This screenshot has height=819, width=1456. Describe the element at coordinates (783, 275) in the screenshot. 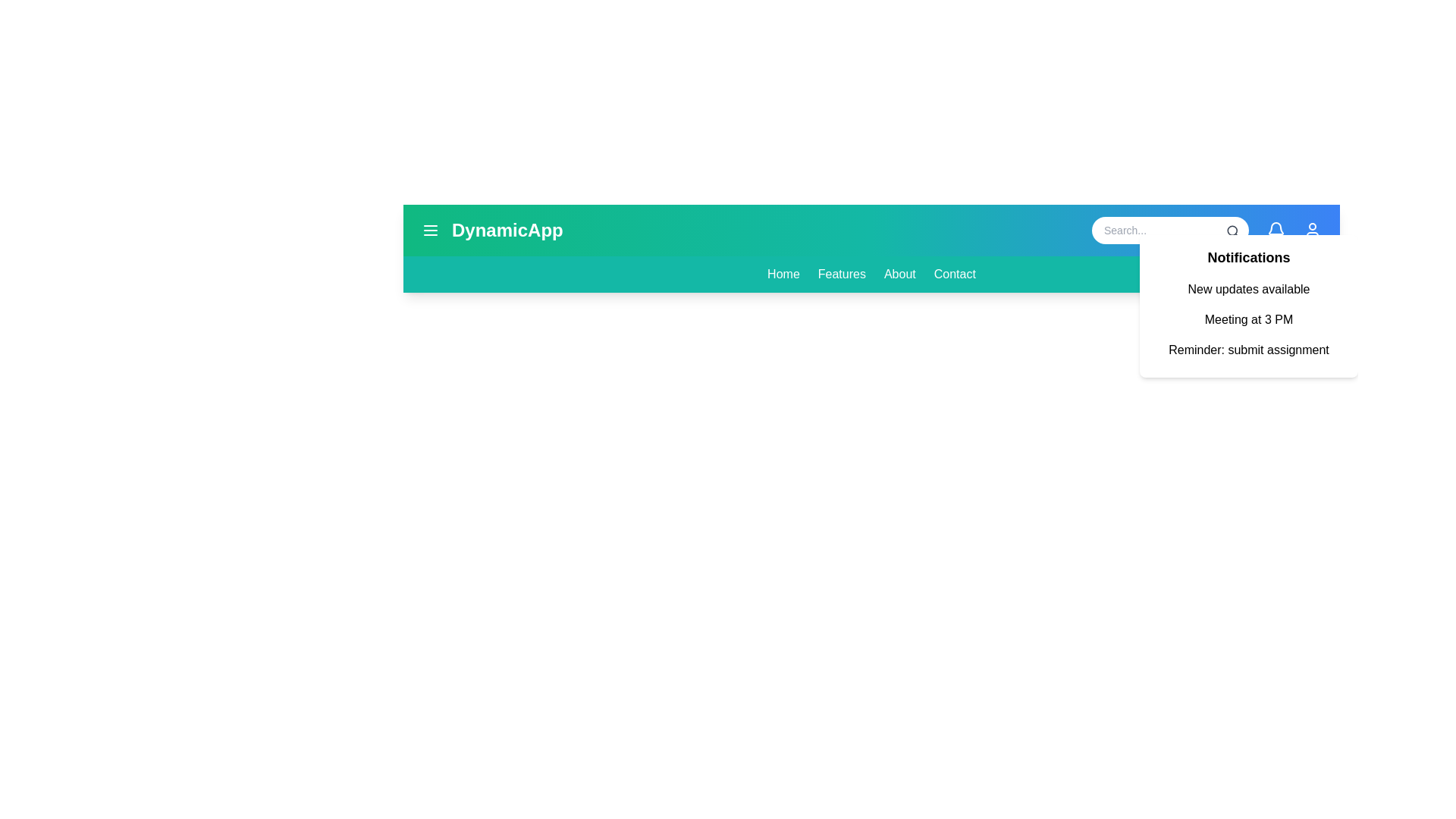

I see `the navigation menu item 'Home' to navigate to the respective section` at that location.